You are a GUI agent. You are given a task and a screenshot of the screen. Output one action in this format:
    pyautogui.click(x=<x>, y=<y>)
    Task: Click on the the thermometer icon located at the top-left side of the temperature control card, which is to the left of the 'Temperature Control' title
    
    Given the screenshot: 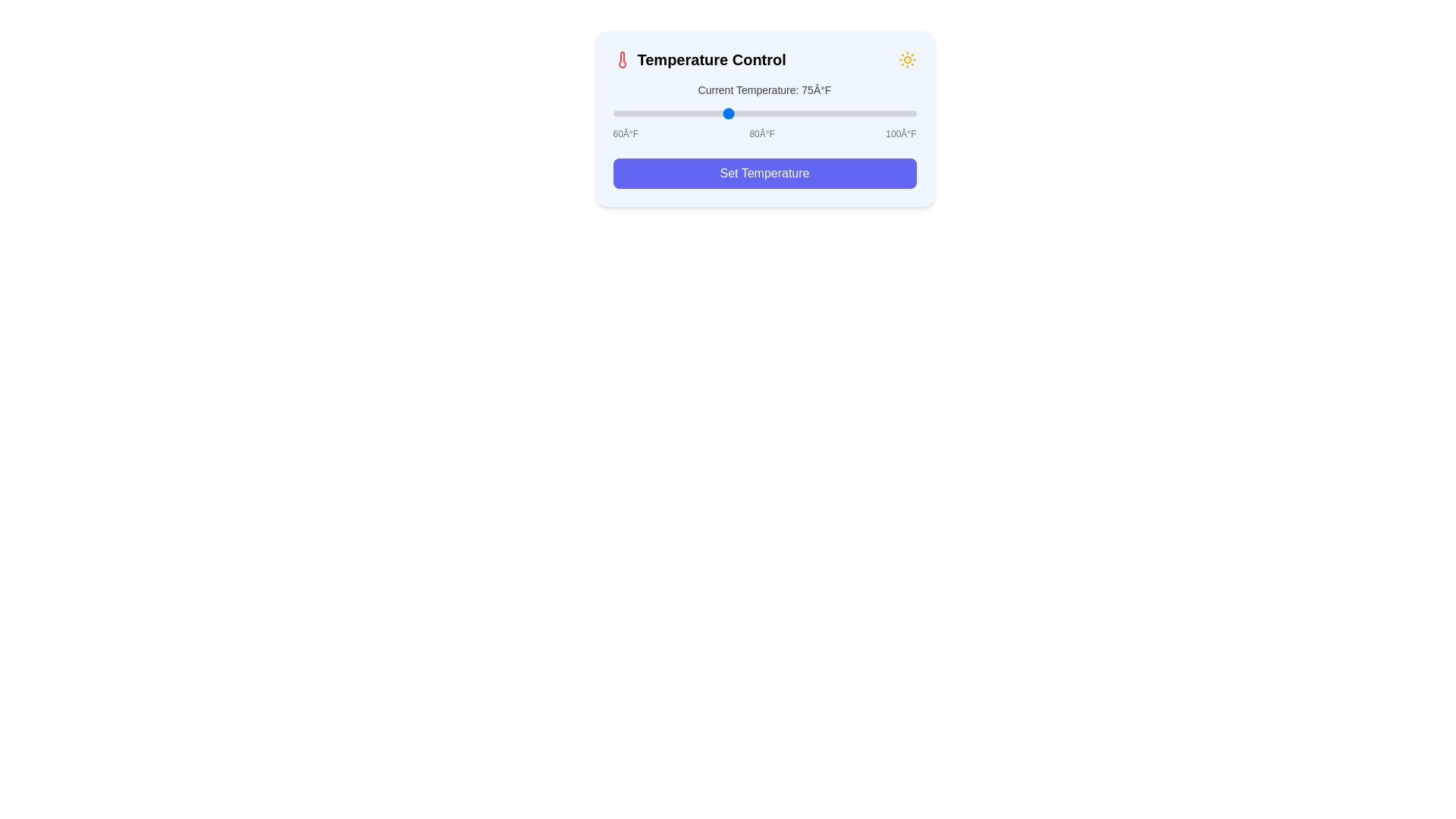 What is the action you would take?
    pyautogui.click(x=622, y=58)
    